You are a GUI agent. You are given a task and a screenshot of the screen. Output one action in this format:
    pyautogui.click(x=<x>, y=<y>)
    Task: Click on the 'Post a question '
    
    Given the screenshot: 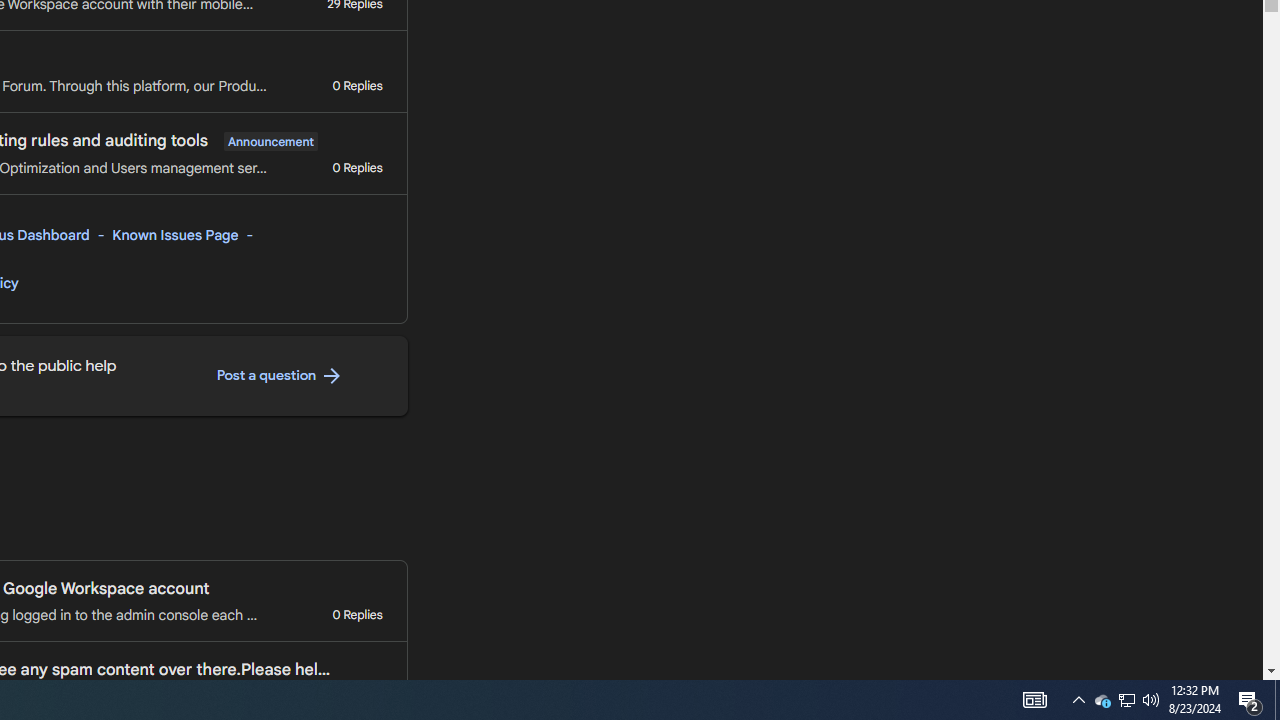 What is the action you would take?
    pyautogui.click(x=279, y=376)
    